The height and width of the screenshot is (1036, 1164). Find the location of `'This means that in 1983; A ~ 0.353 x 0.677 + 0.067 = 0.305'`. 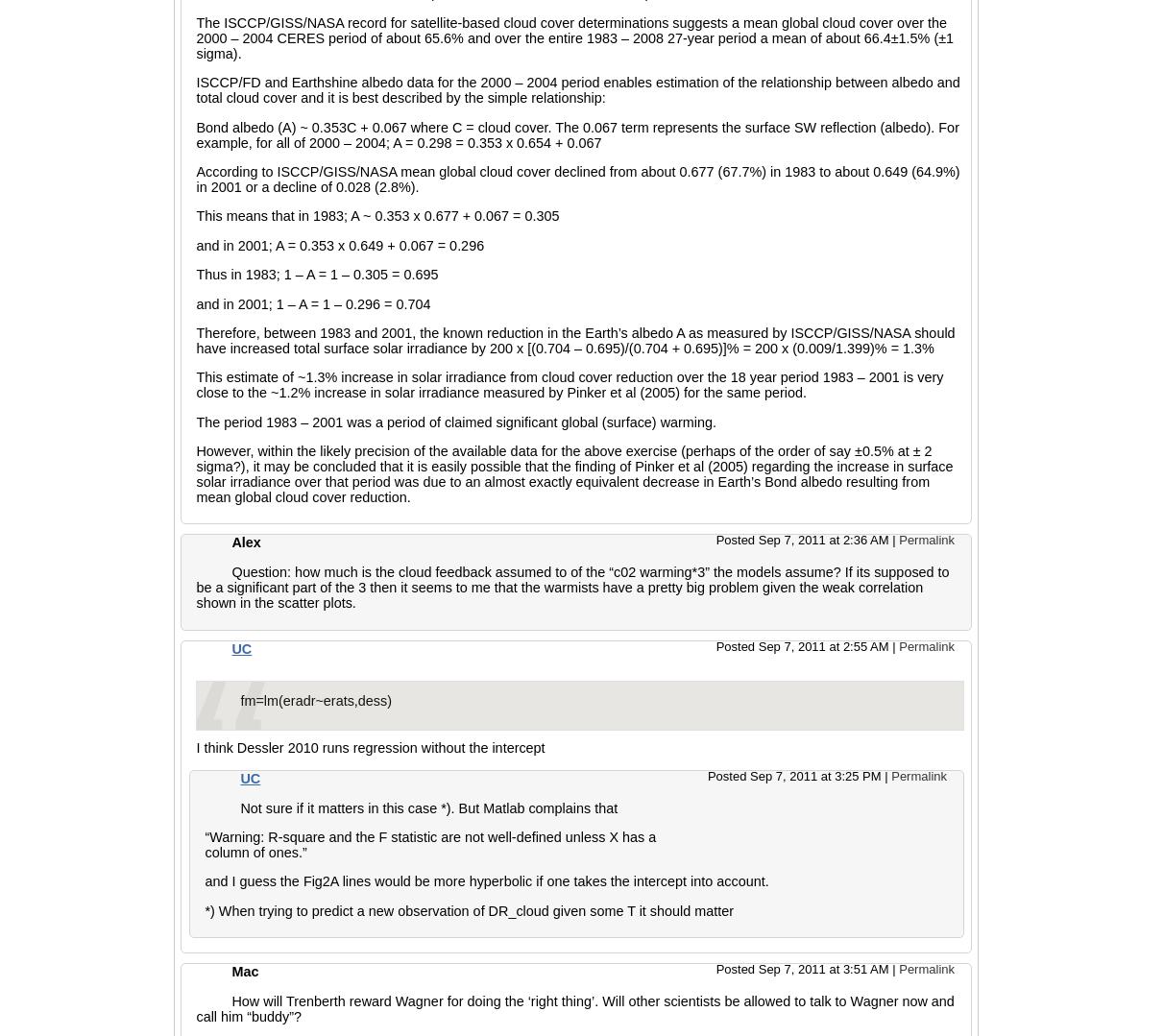

'This means that in 1983; A ~ 0.353 x 0.677 + 0.067 = 0.305' is located at coordinates (194, 214).